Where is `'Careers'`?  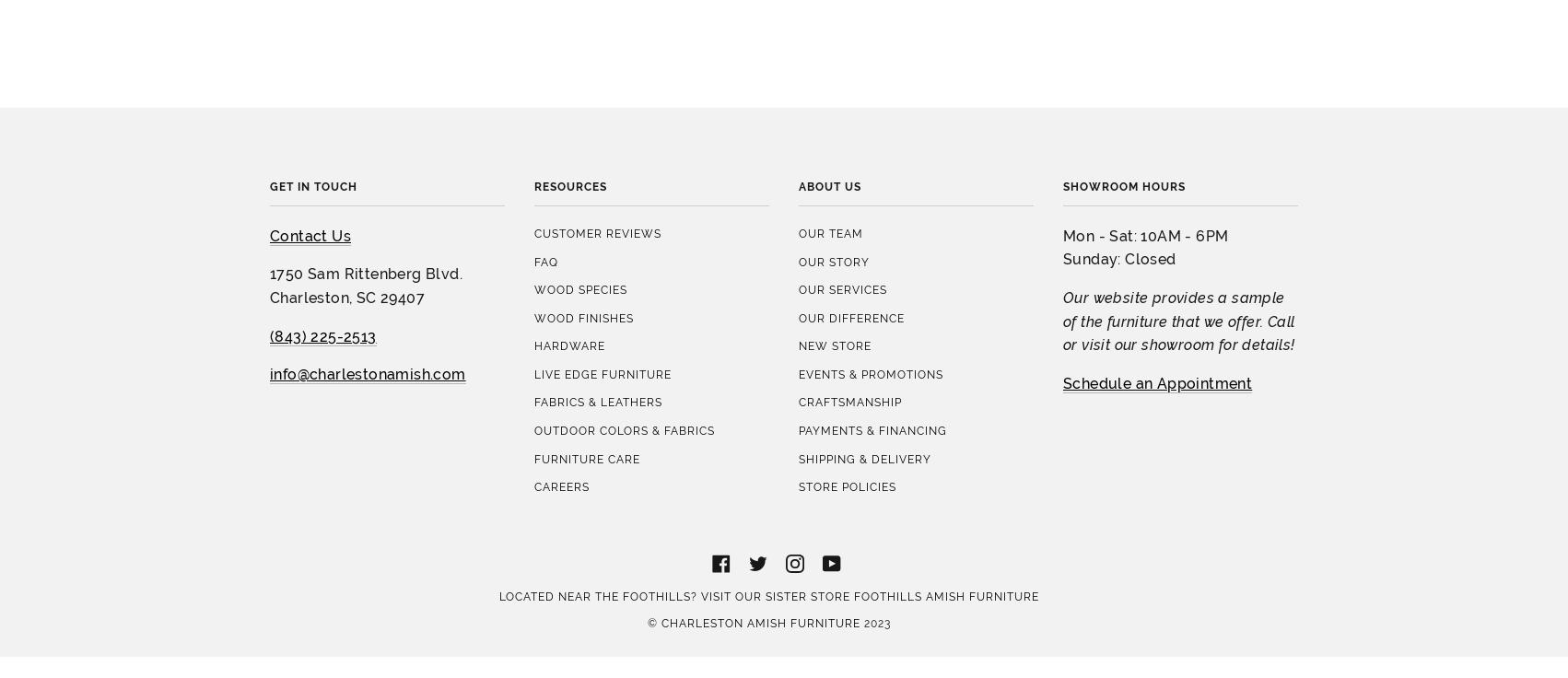 'Careers' is located at coordinates (561, 323).